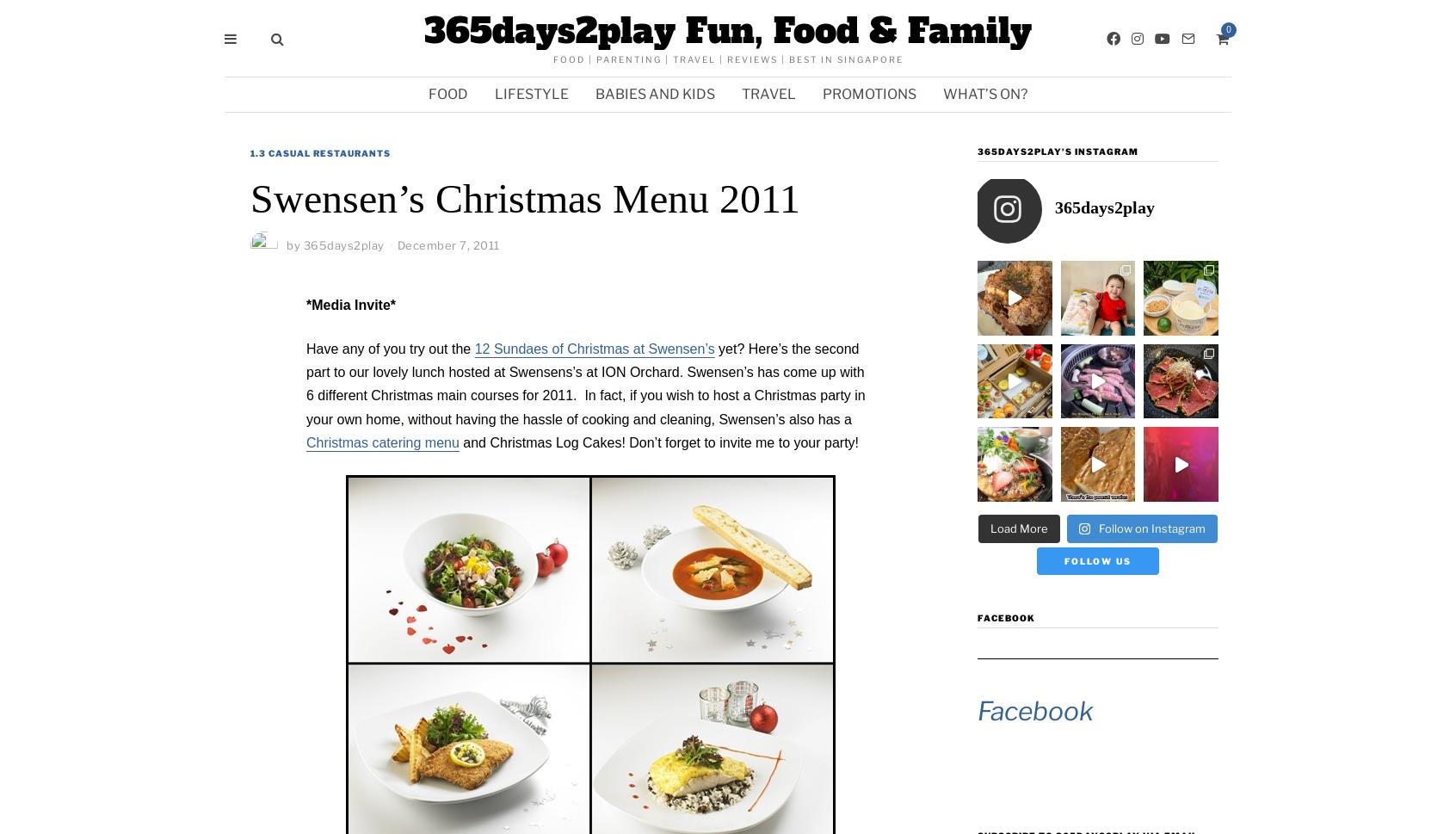  What do you see at coordinates (250, 198) in the screenshot?
I see `'Swensen’s Christmas Menu 2011'` at bounding box center [250, 198].